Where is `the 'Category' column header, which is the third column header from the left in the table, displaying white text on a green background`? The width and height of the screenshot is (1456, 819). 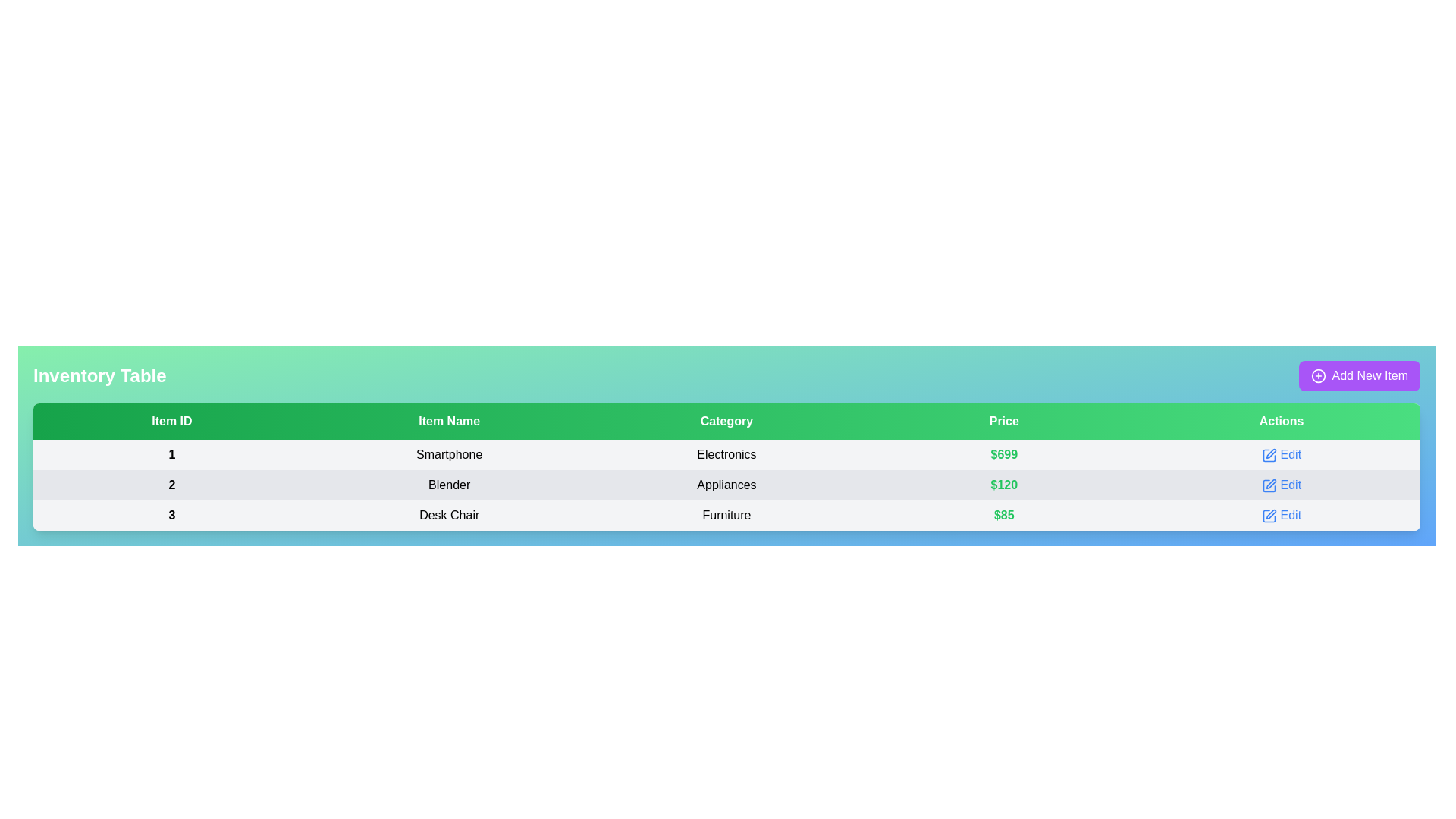 the 'Category' column header, which is the third column header from the left in the table, displaying white text on a green background is located at coordinates (726, 421).